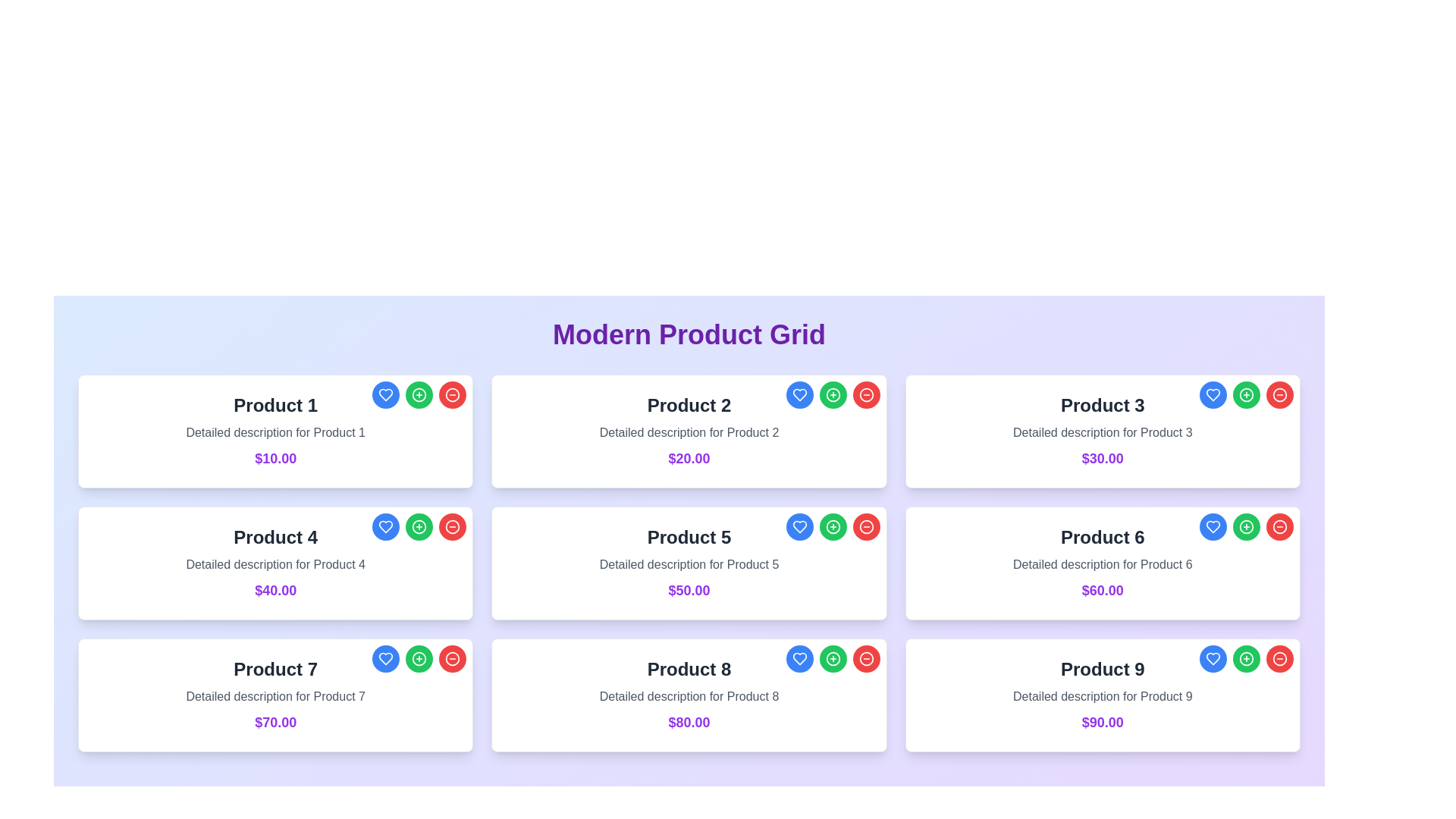  Describe the element at coordinates (688, 721) in the screenshot. I see `the Text label displaying the price of 'Product 8' located within the product card, below the description text and centrally aligned` at that location.